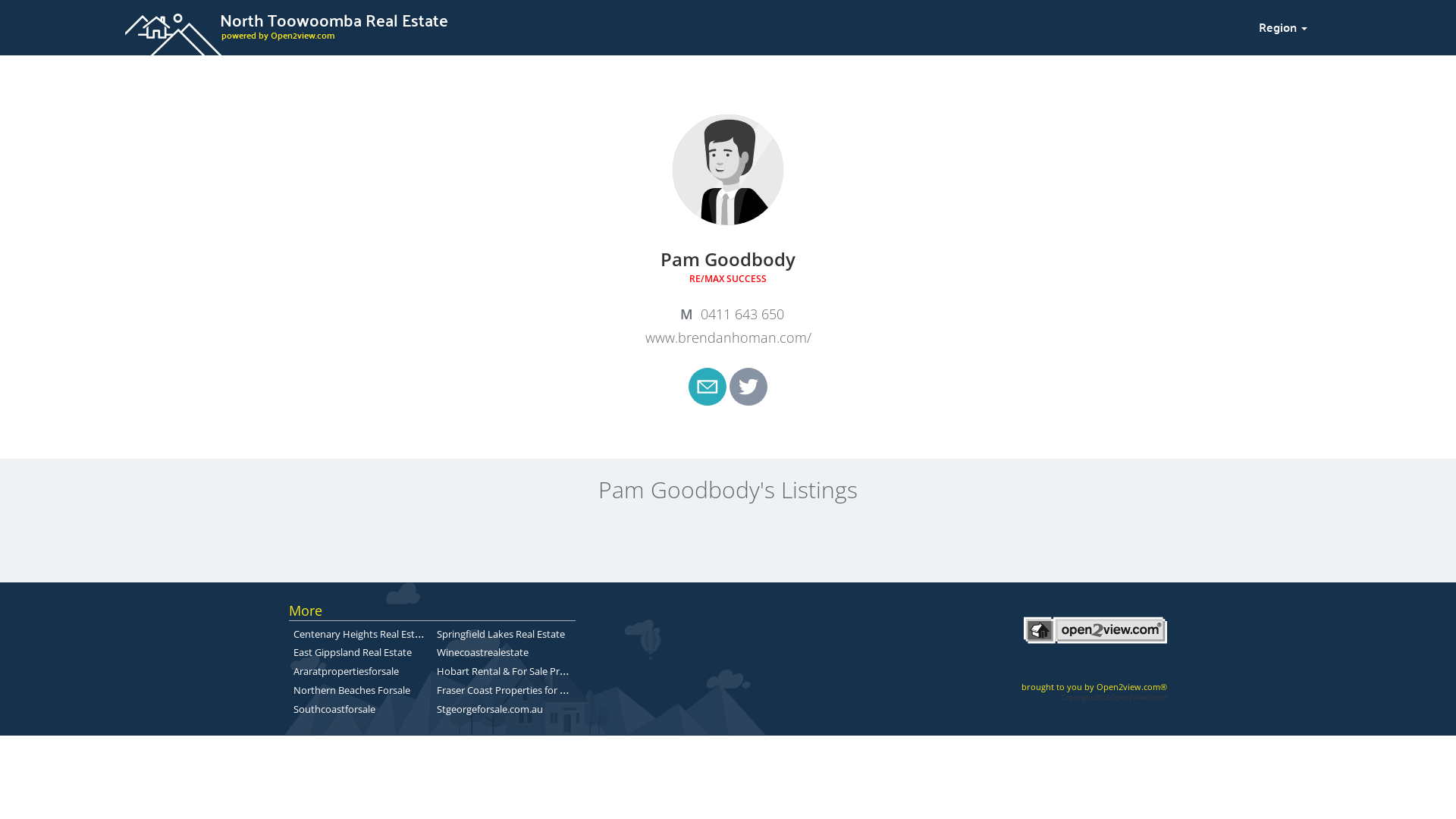 Image resolution: width=1456 pixels, height=819 pixels. I want to click on '0411 643 650', so click(728, 314).